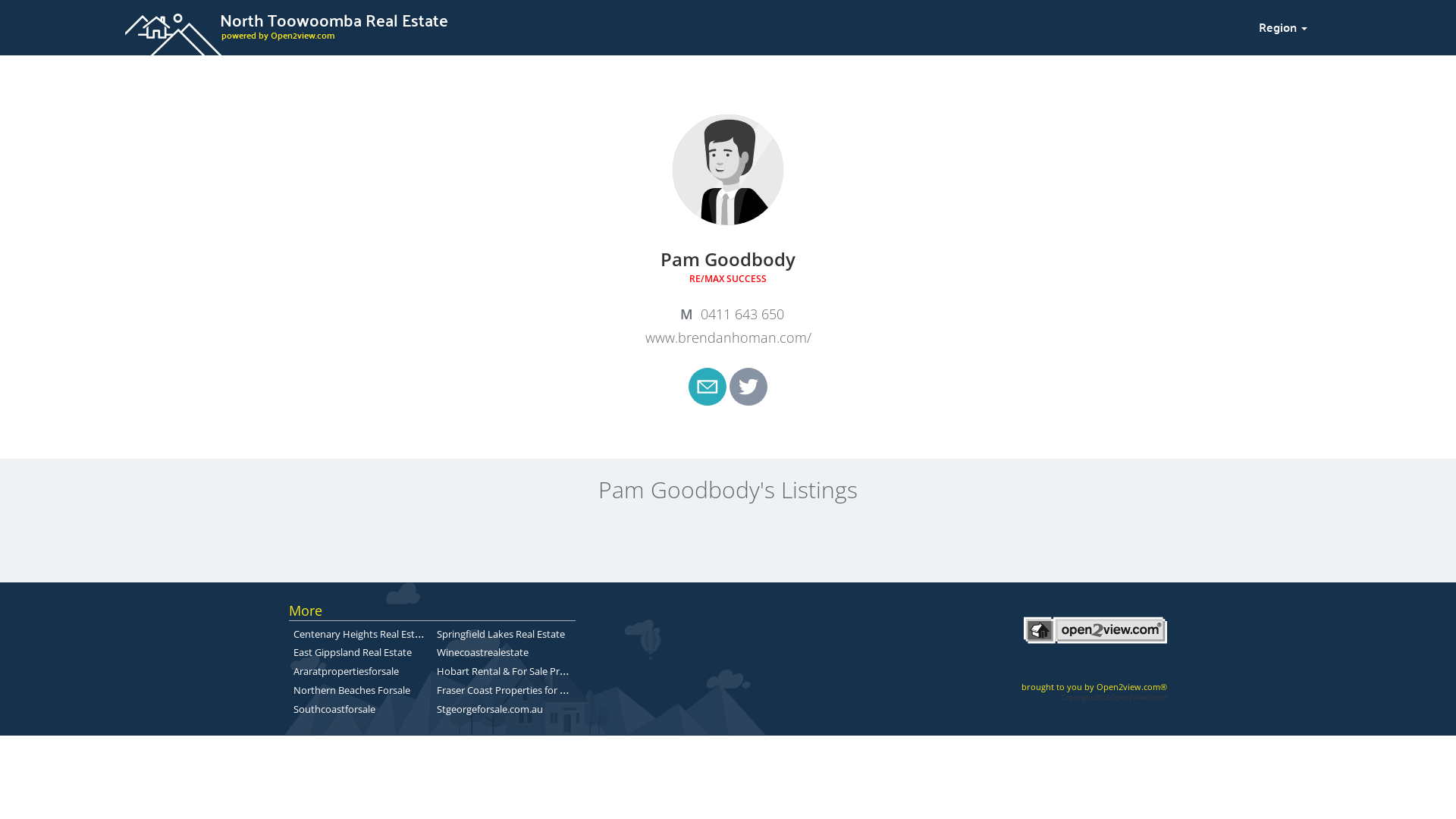 Image resolution: width=1456 pixels, height=819 pixels. I want to click on '0411 643 650', so click(728, 314).